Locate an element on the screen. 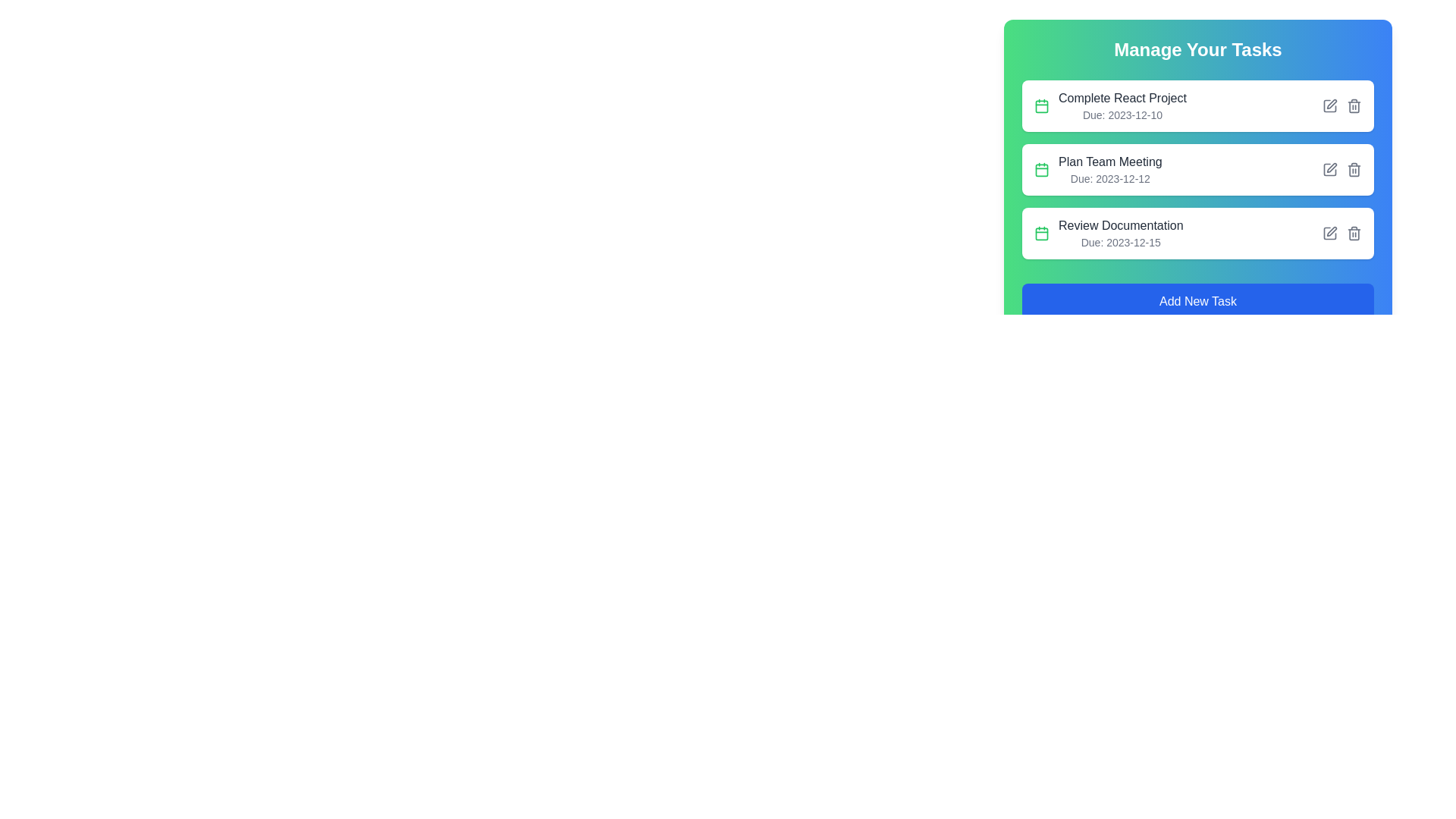  the informational text label indicating the due date for the task 'Complete React Project' to trigger potential tooltips is located at coordinates (1122, 114).